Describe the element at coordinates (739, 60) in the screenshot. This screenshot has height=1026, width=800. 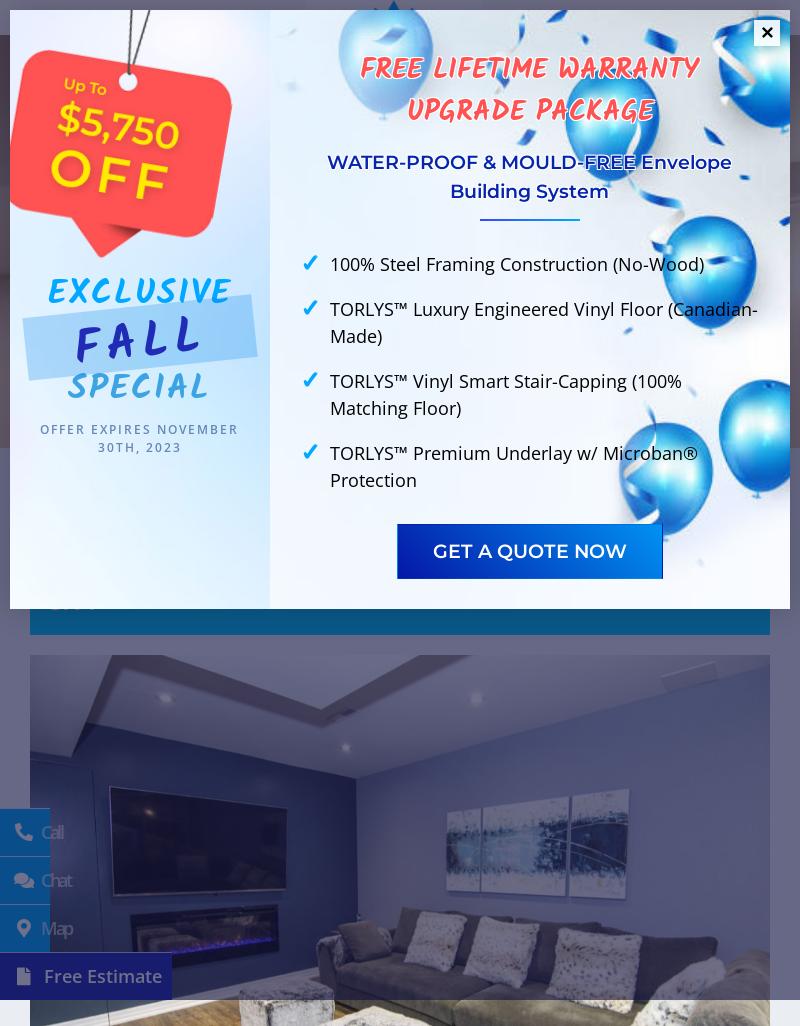
I see `'Menu'` at that location.